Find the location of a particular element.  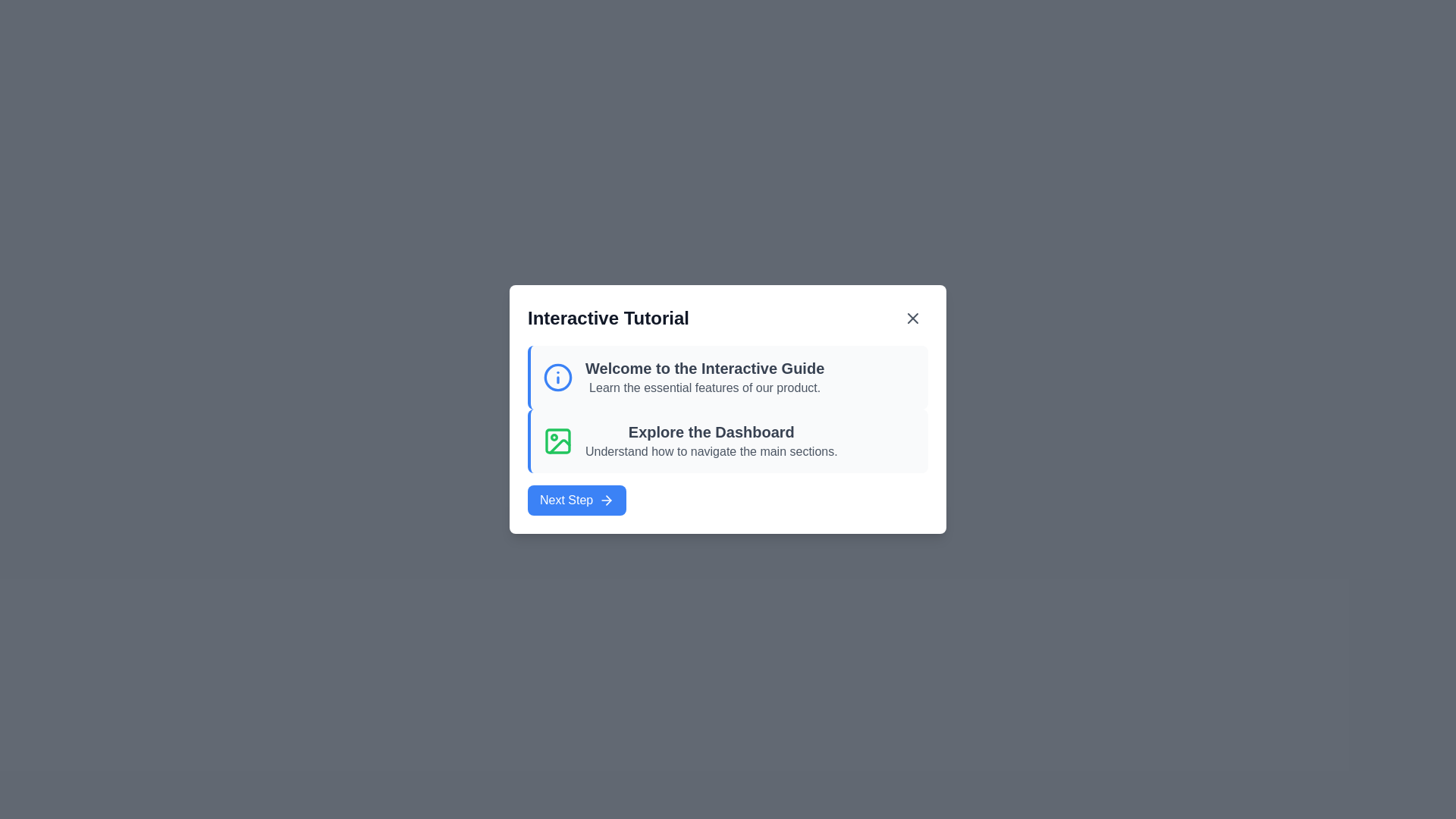

the rounded rectangle graphical element with a green border and white interior, located central to the left side icon of the 'Explore the Dashboard' tutorial item in the tutorial guide panel is located at coordinates (557, 441).